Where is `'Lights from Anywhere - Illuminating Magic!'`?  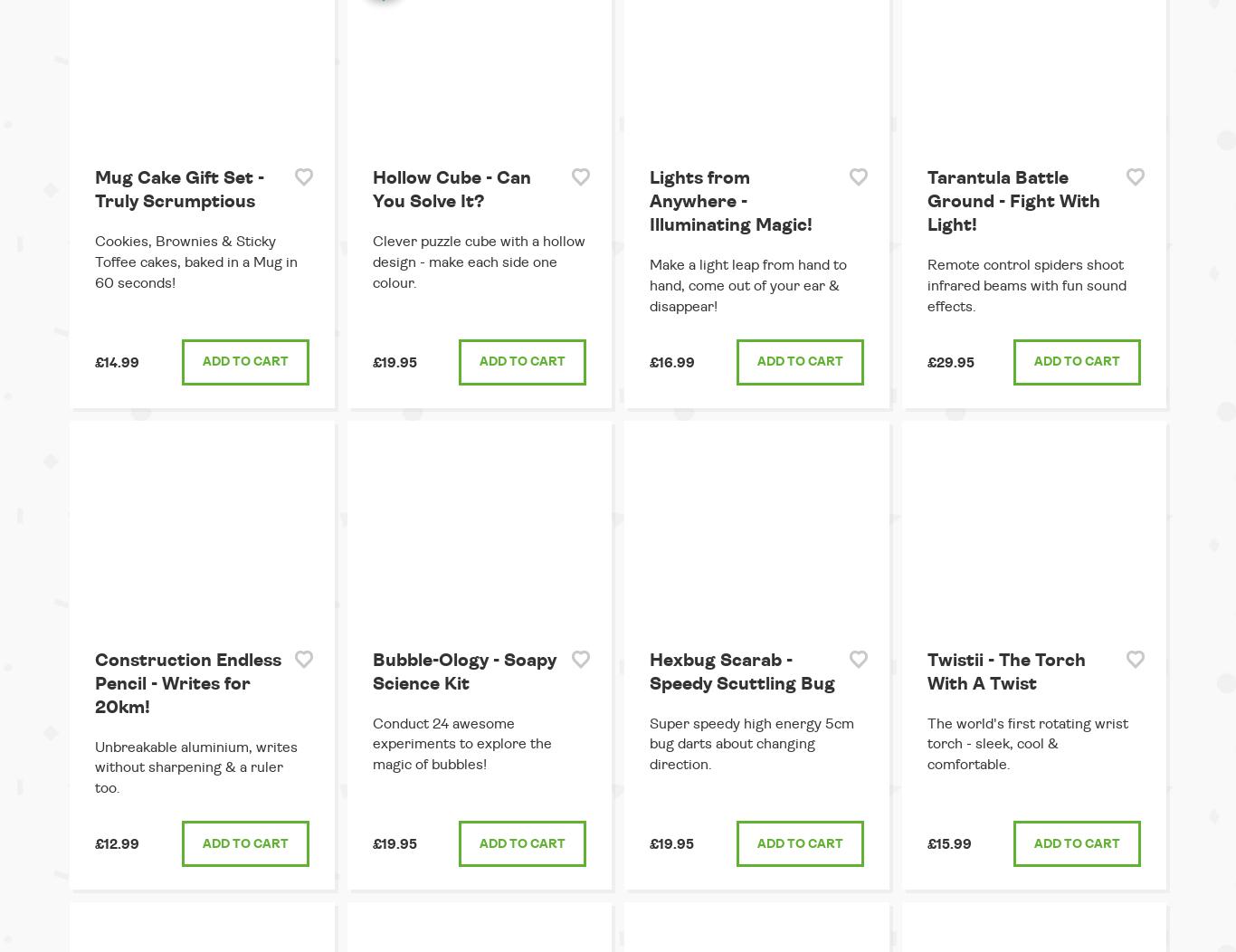 'Lights from Anywhere - Illuminating Magic!' is located at coordinates (729, 201).